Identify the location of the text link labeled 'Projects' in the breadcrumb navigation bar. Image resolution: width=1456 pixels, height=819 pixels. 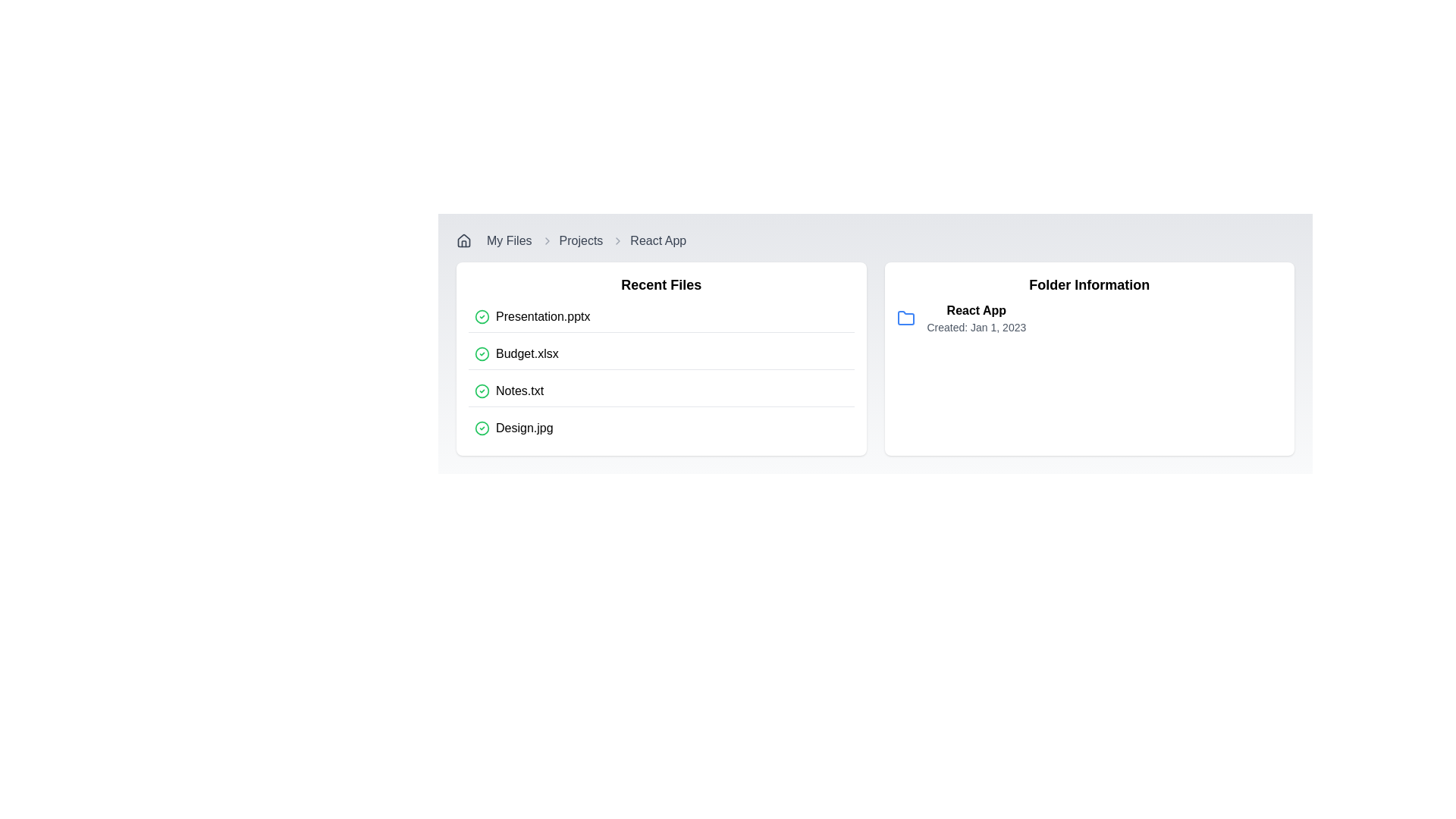
(580, 240).